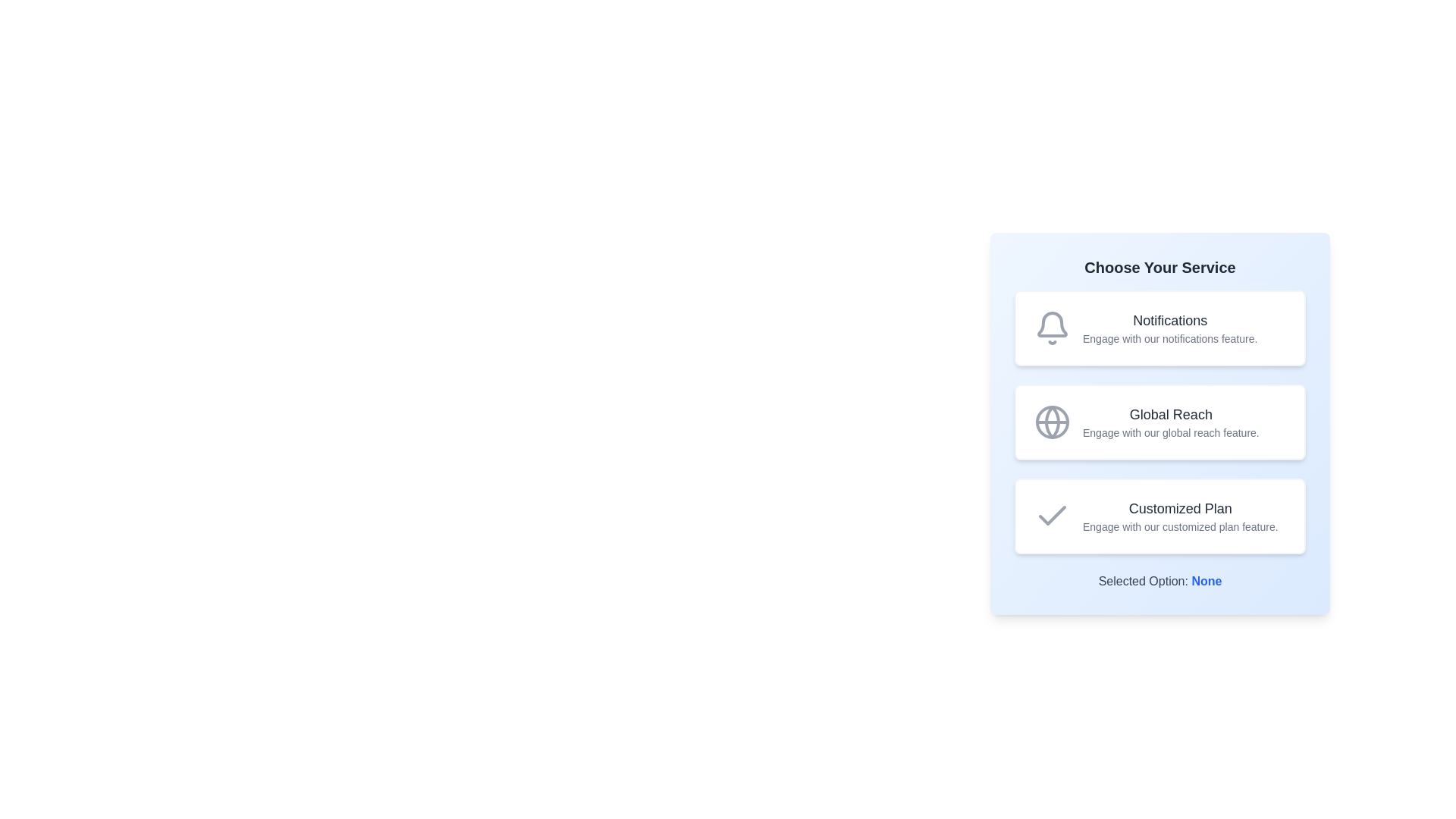 Image resolution: width=1456 pixels, height=819 pixels. What do you see at coordinates (1179, 509) in the screenshot?
I see `the label that presents the title of an option for user selection, located within the third option group under 'Choose Your Service', centered above the description text 'Engage with our customized plan feature'` at bounding box center [1179, 509].